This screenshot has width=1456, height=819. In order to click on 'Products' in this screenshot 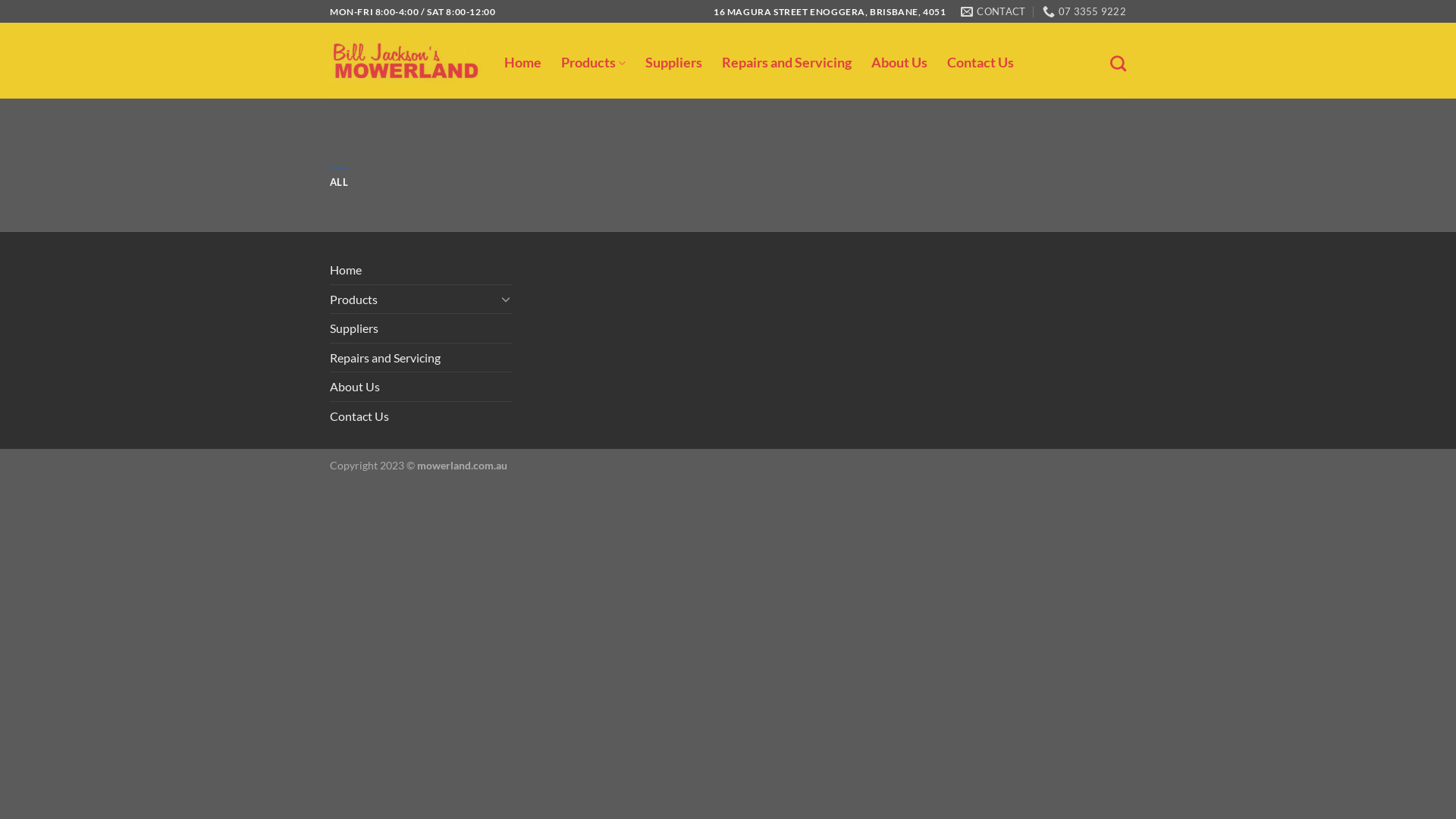, I will do `click(592, 62)`.